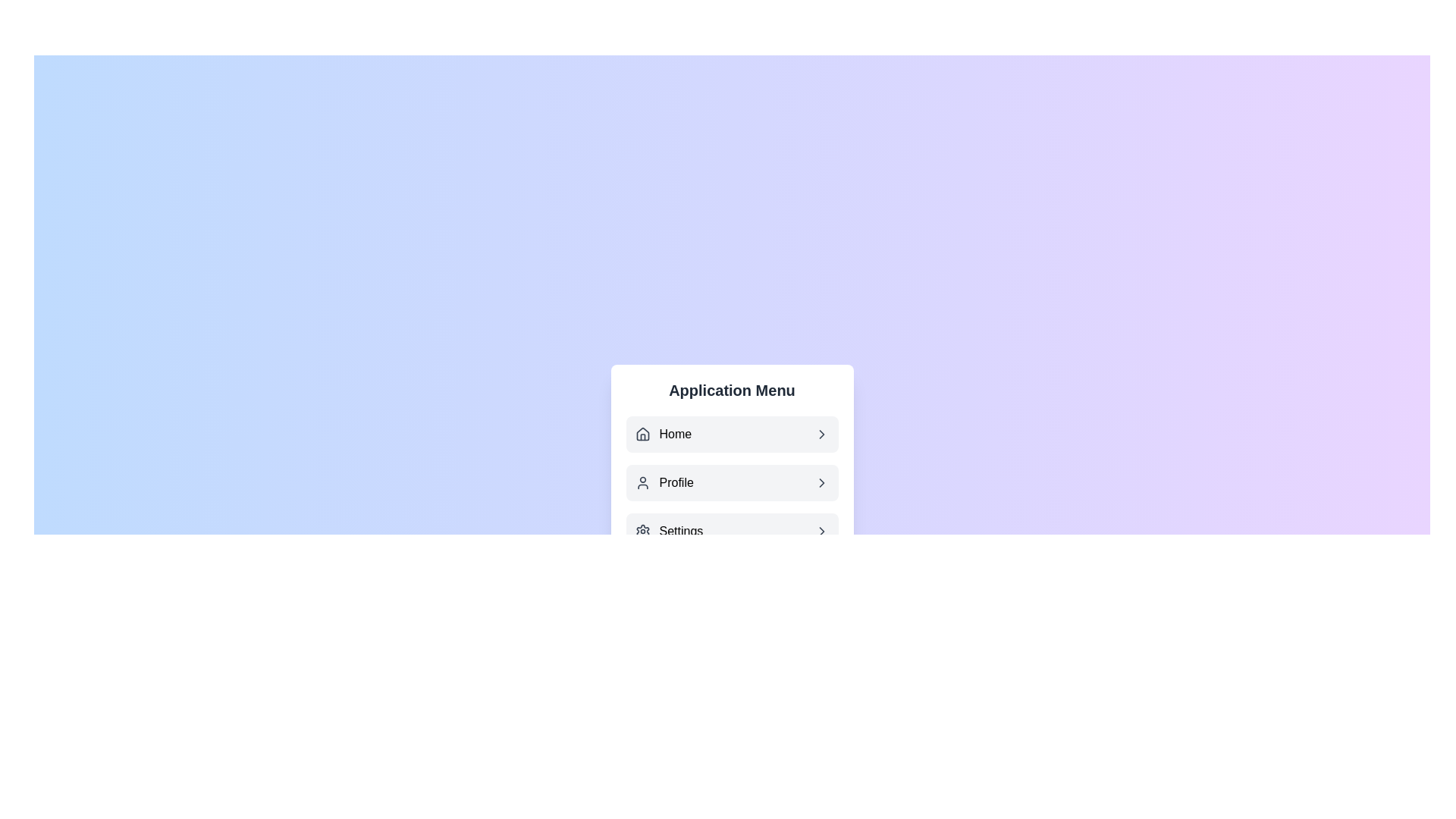  What do you see at coordinates (664, 482) in the screenshot?
I see `the 'Profile' navigation button, which is the second item in the vertical menu` at bounding box center [664, 482].